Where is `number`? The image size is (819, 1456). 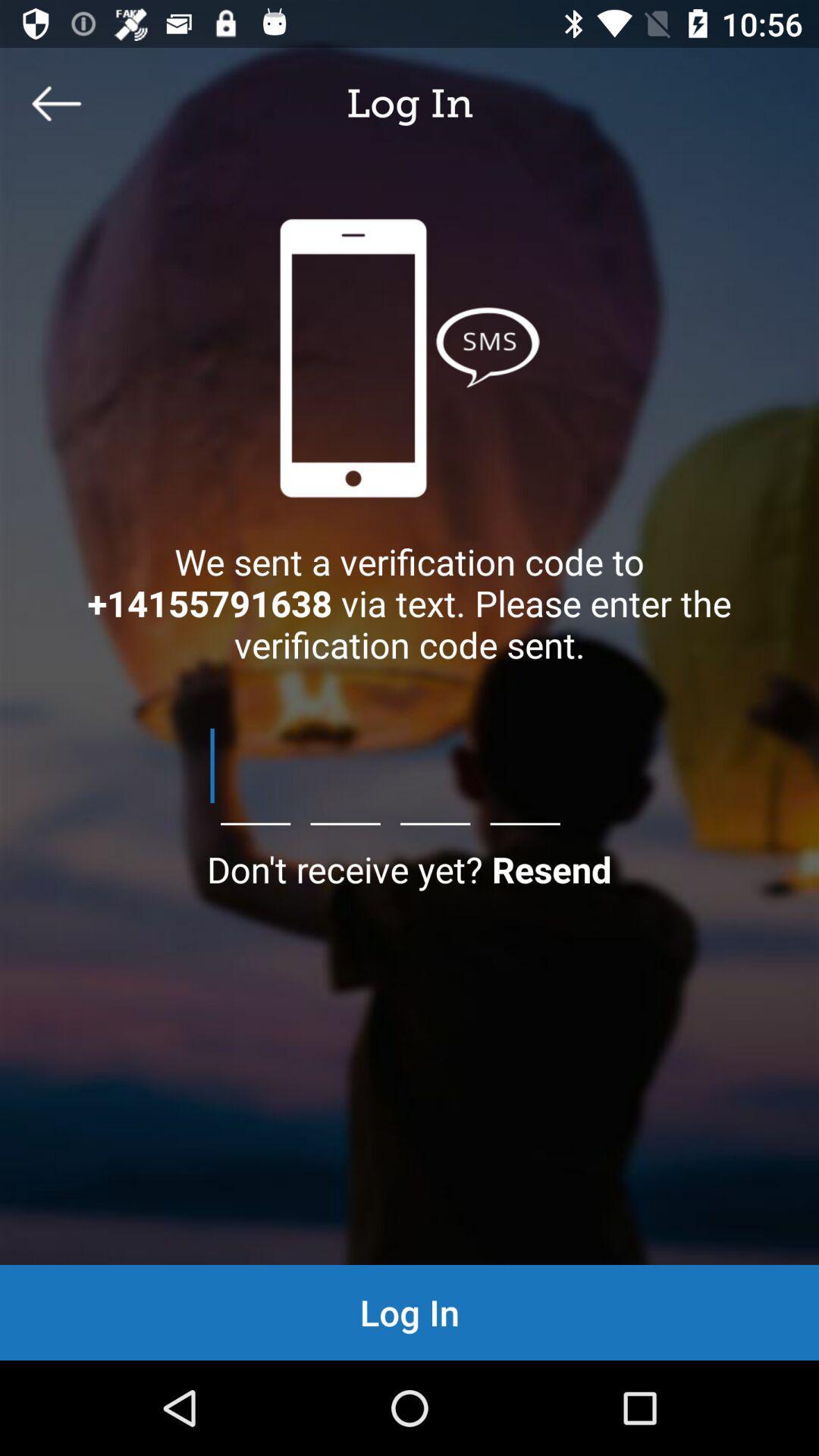 number is located at coordinates (409, 765).